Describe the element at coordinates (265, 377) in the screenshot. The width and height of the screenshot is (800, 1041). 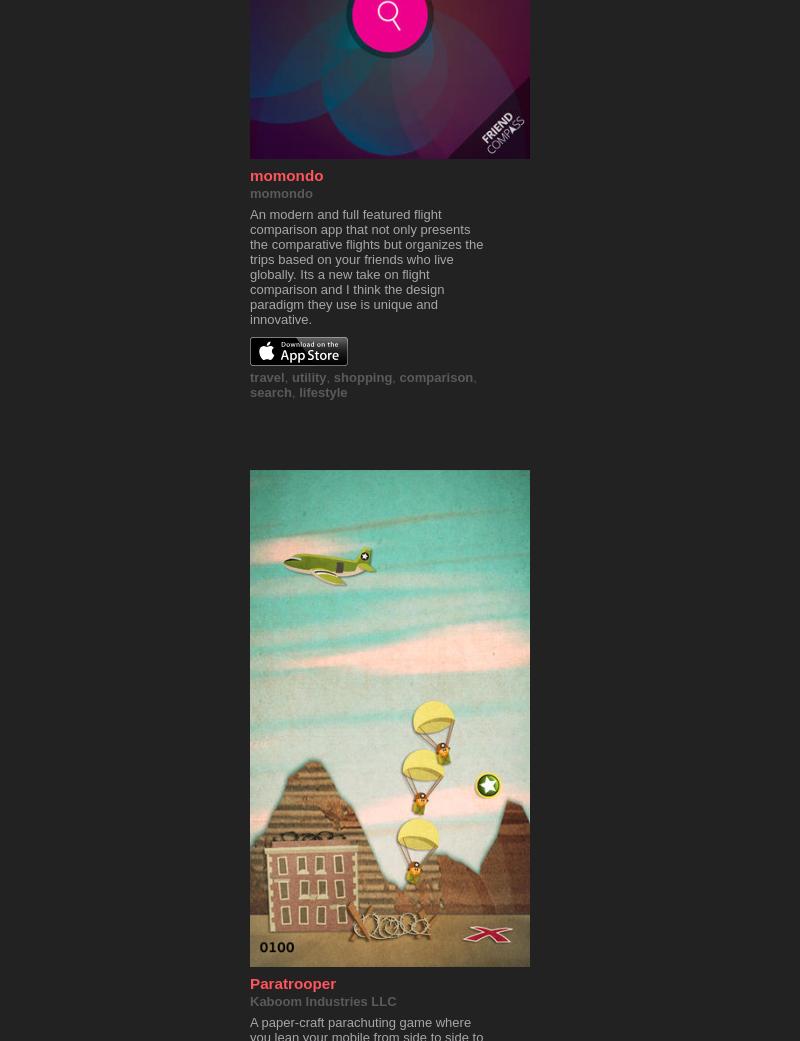
I see `'travel'` at that location.